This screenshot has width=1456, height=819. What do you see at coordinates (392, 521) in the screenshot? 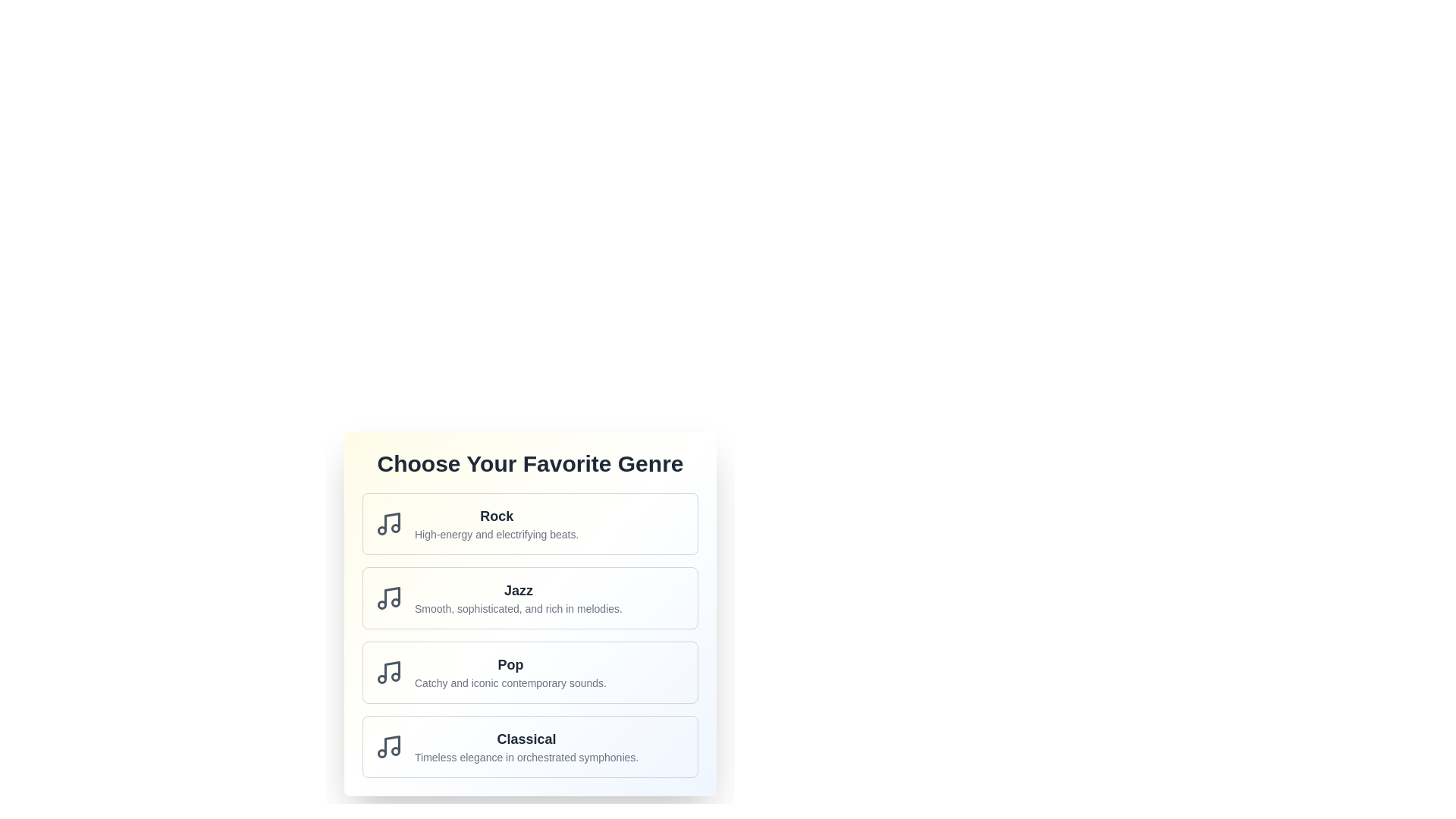
I see `the graphical icon representing the vertical line of the music note indicating the 'Rock' music genre in the selection interface` at bounding box center [392, 521].